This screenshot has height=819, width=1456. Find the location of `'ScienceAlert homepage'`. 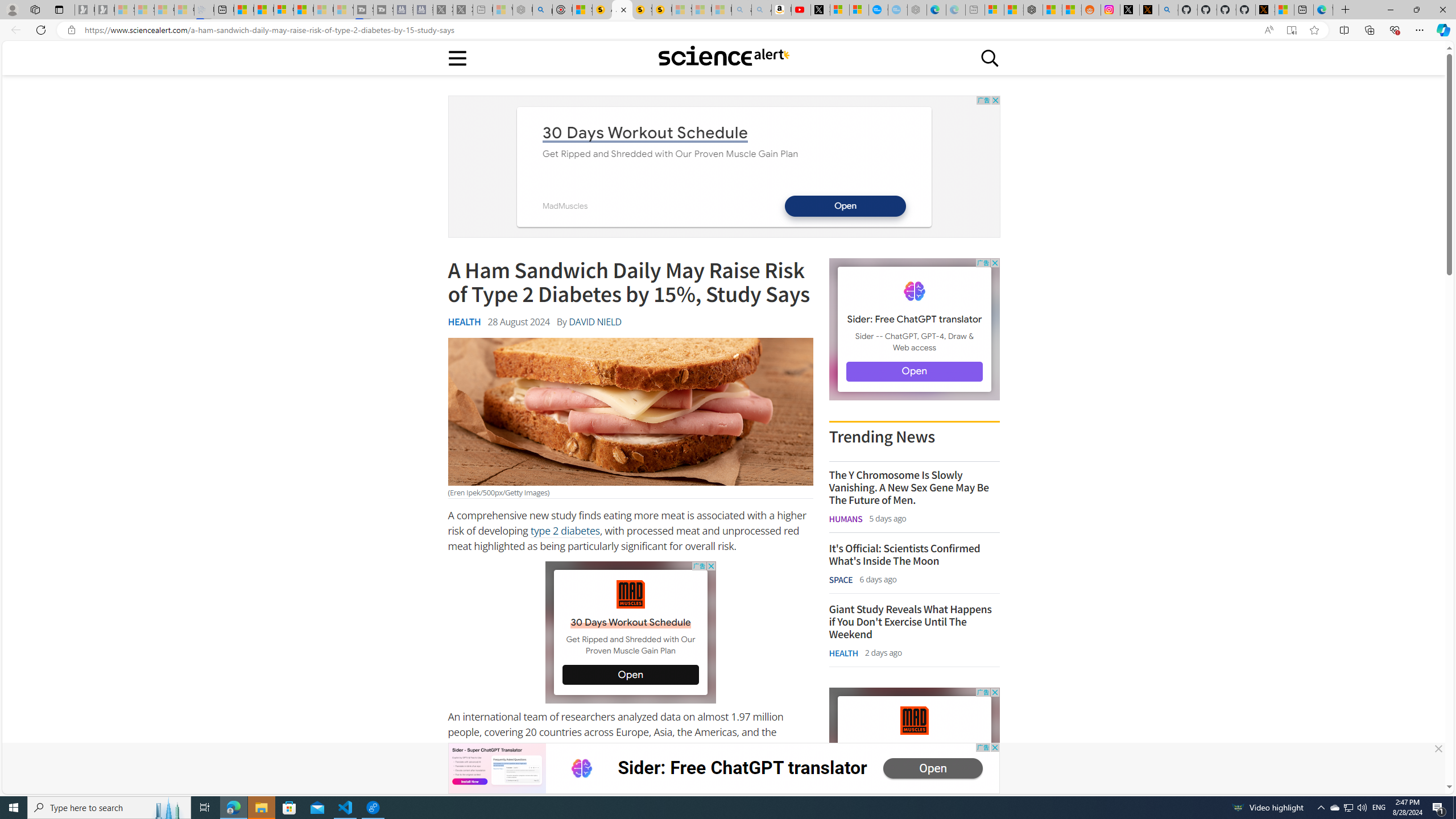

'ScienceAlert homepage' is located at coordinates (723, 57).